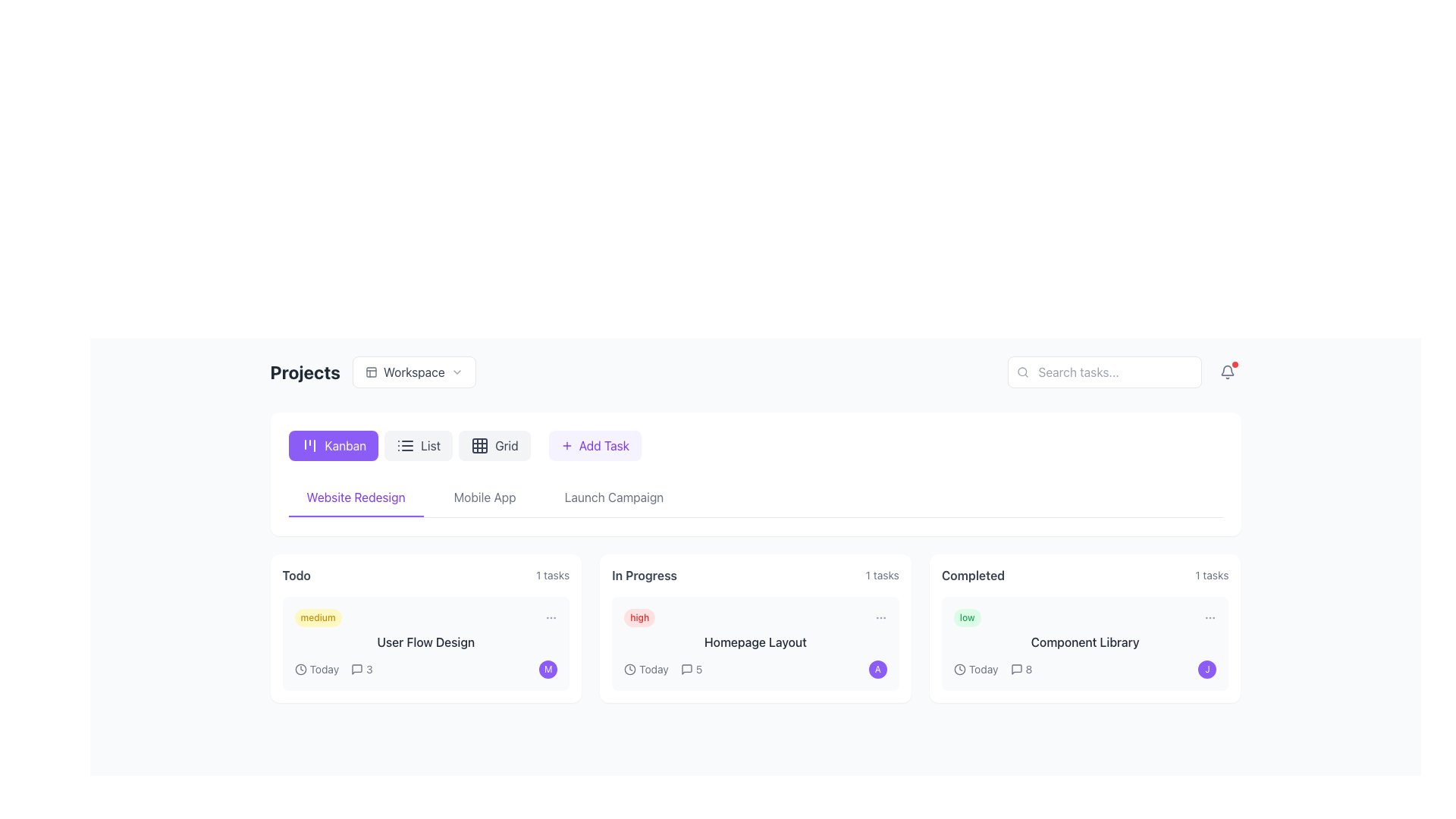  I want to click on the numeral '3' in gray color located in the 'Todo' card of the 'Website Redesign' Kanban board, so click(369, 669).